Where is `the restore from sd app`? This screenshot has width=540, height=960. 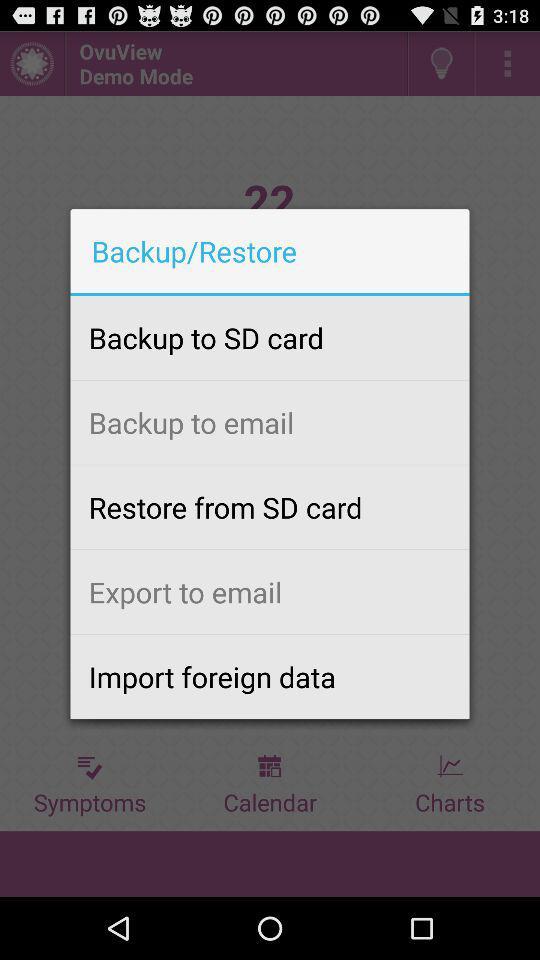
the restore from sd app is located at coordinates (270, 506).